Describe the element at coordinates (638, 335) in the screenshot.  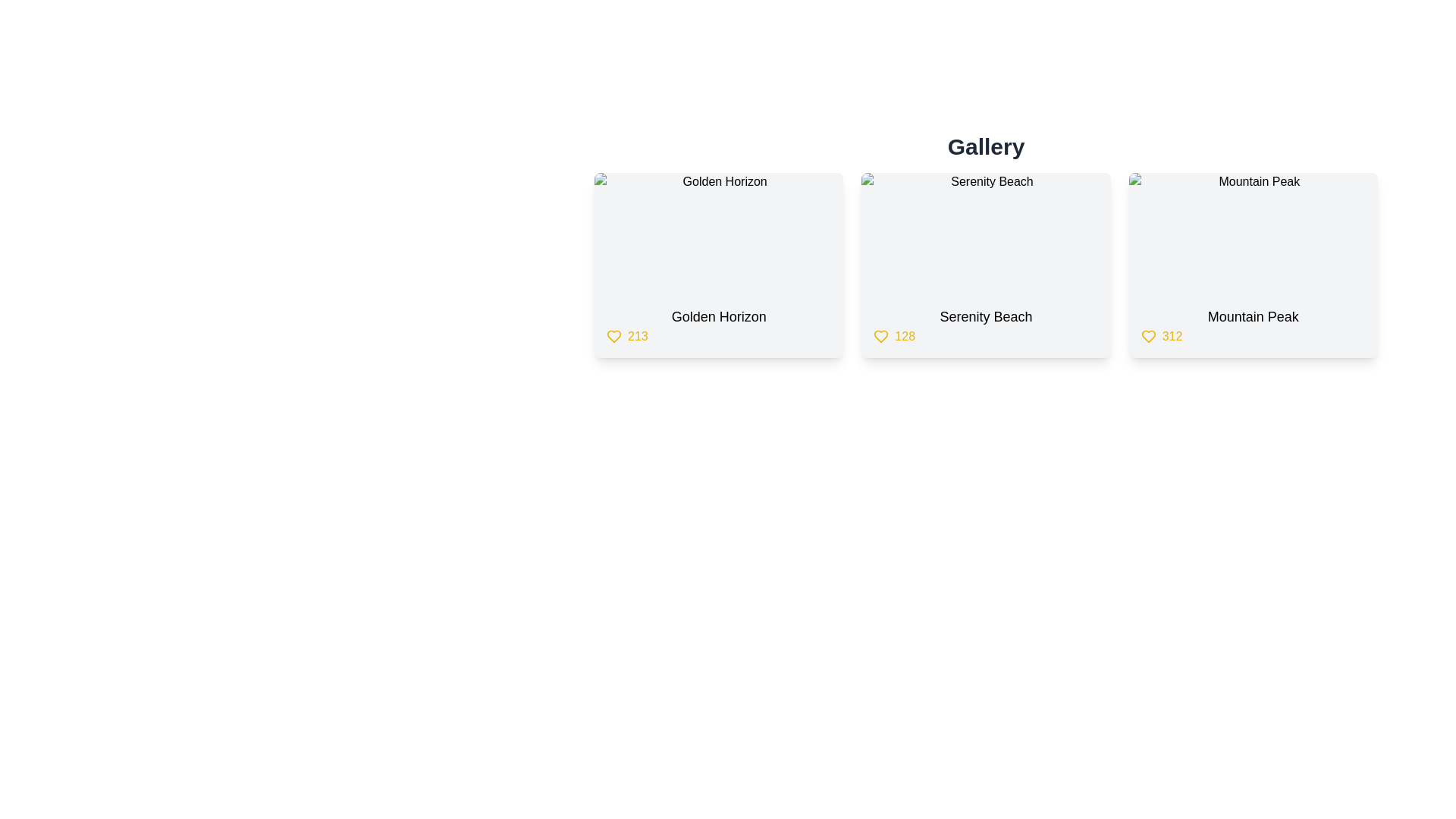
I see `displayed value of the text label showing the number 213 in yellow, located in the bottom-left corner of the 'Golden Horizon' card, next to the yellow heart icon` at that location.